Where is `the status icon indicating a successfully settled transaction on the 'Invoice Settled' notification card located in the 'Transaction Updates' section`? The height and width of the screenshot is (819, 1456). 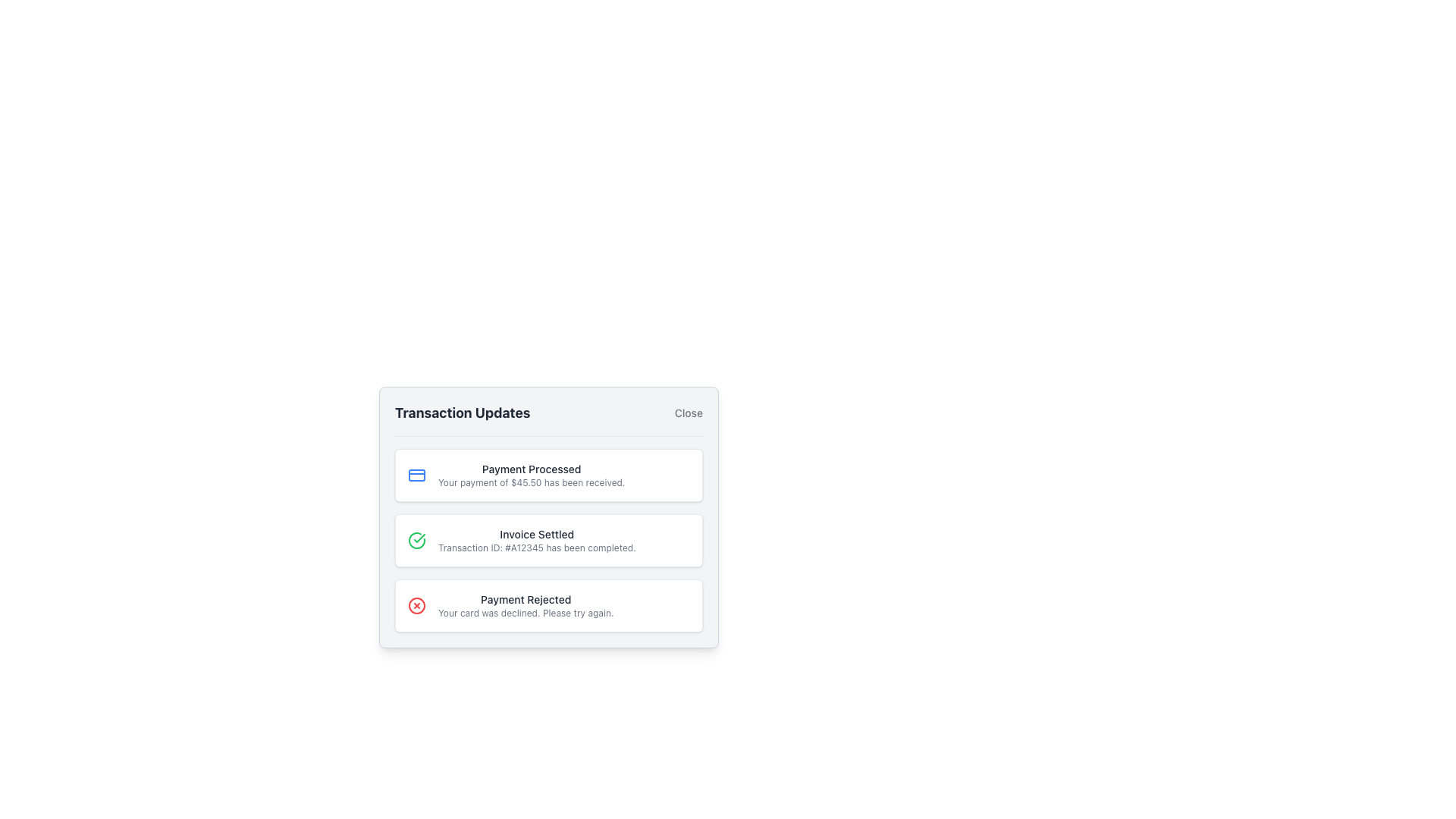
the status icon indicating a successfully settled transaction on the 'Invoice Settled' notification card located in the 'Transaction Updates' section is located at coordinates (417, 540).